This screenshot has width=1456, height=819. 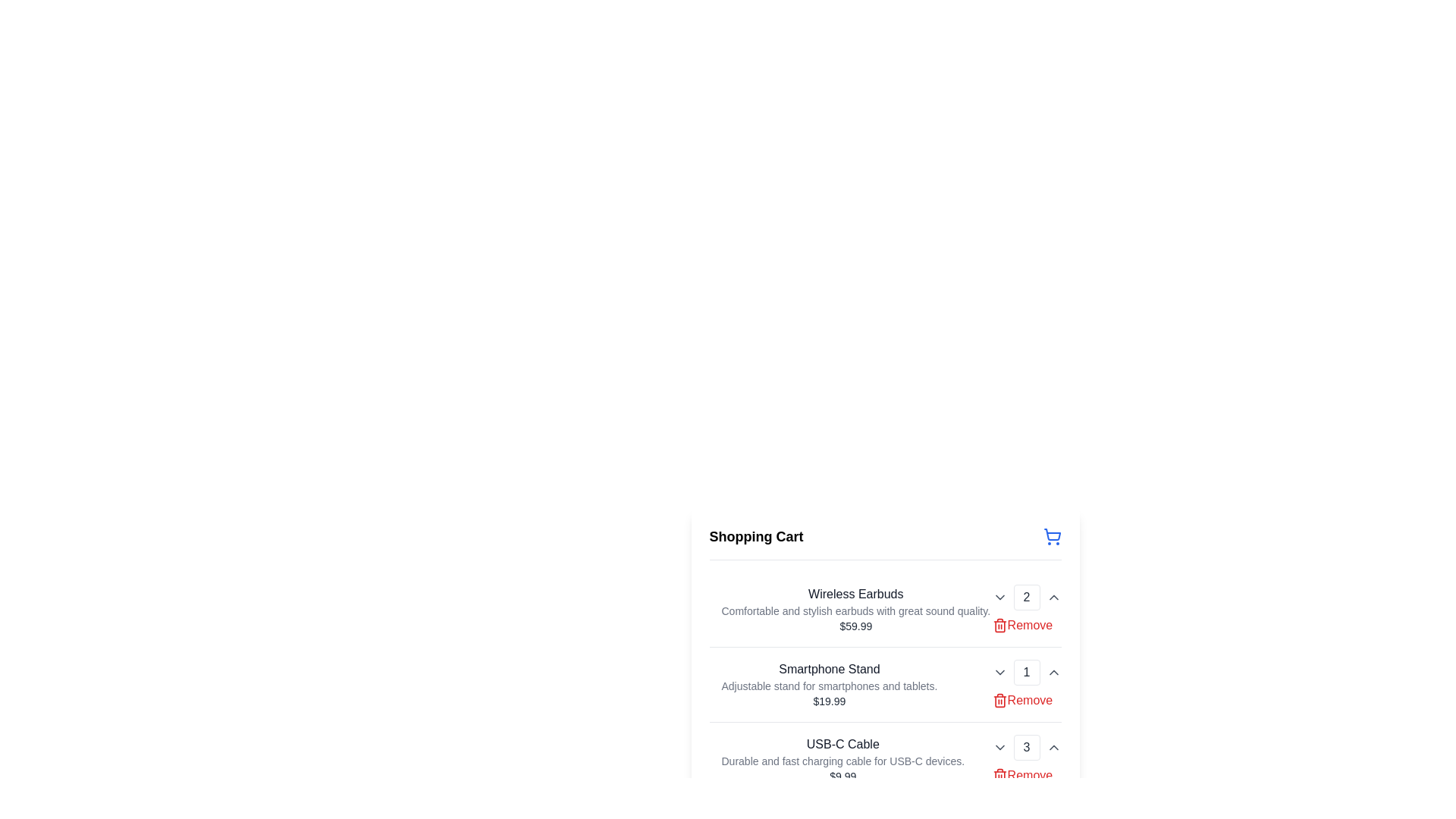 What do you see at coordinates (842, 760) in the screenshot?
I see `details of the product displayed in the informational element titled 'USB-C Cable', which includes its description and price` at bounding box center [842, 760].